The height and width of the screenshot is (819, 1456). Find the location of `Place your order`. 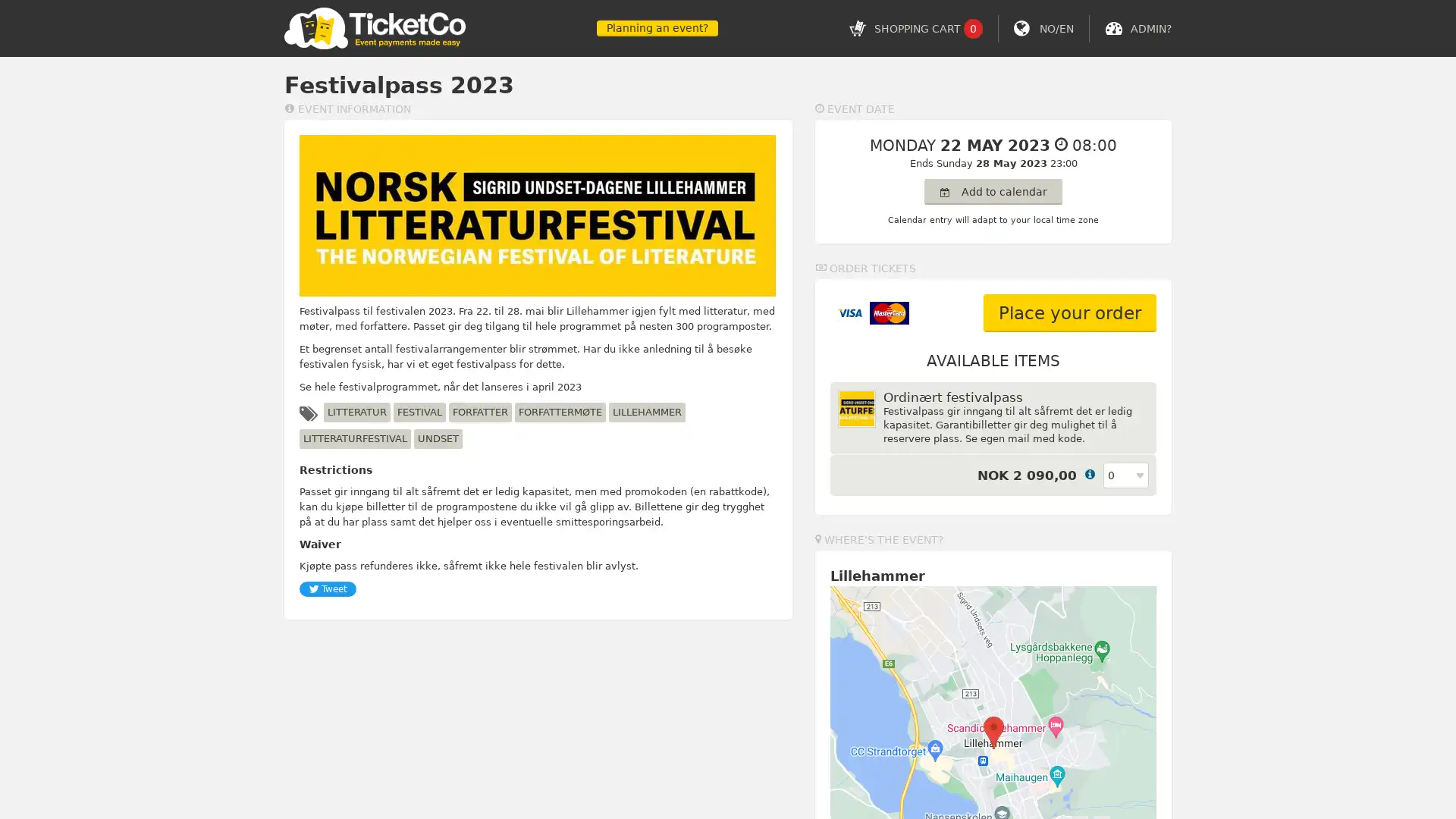

Place your order is located at coordinates (1069, 312).